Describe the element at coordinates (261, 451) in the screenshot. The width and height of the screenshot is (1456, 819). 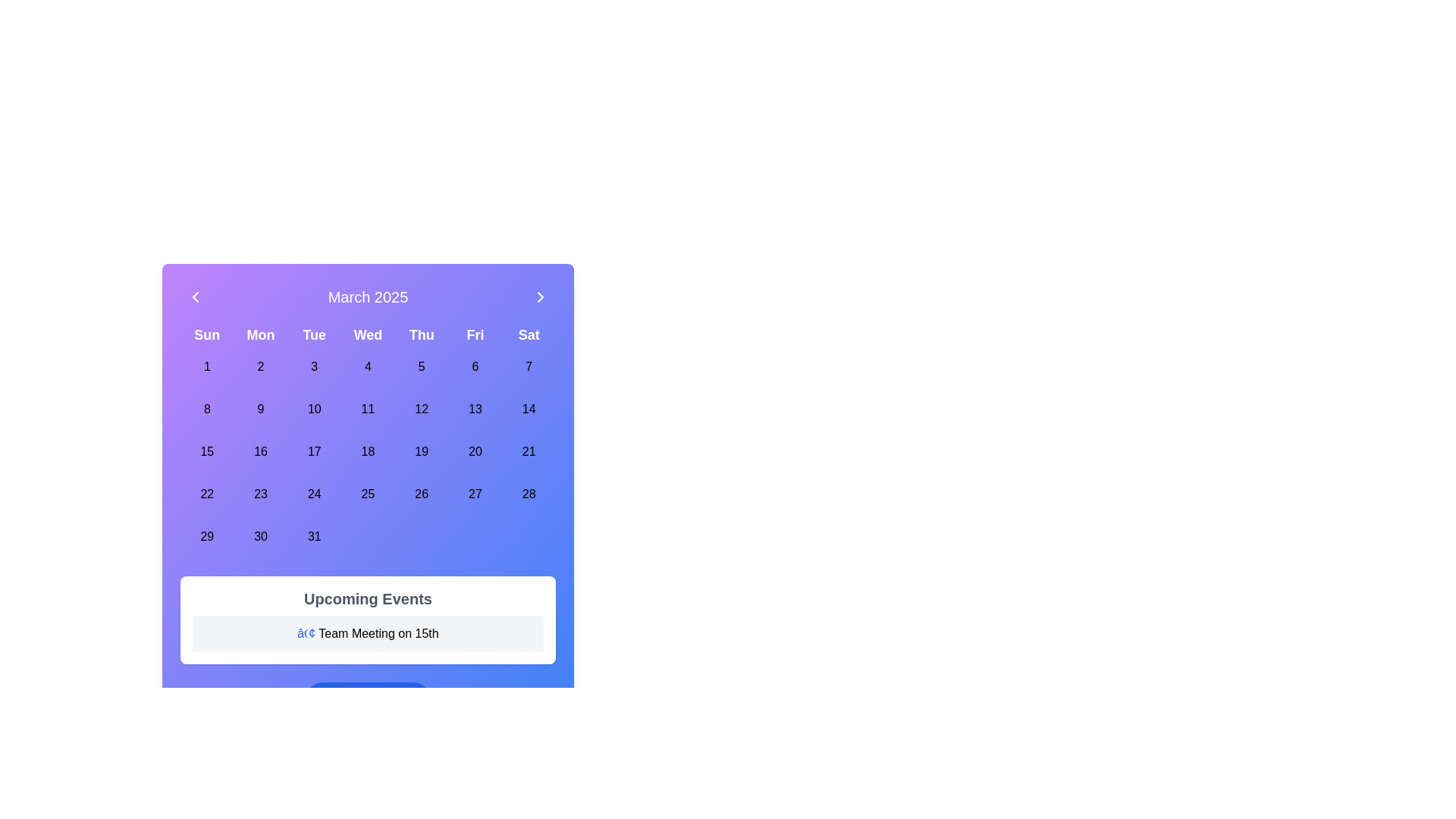
I see `the calendar cell button representing the date '16'` at that location.